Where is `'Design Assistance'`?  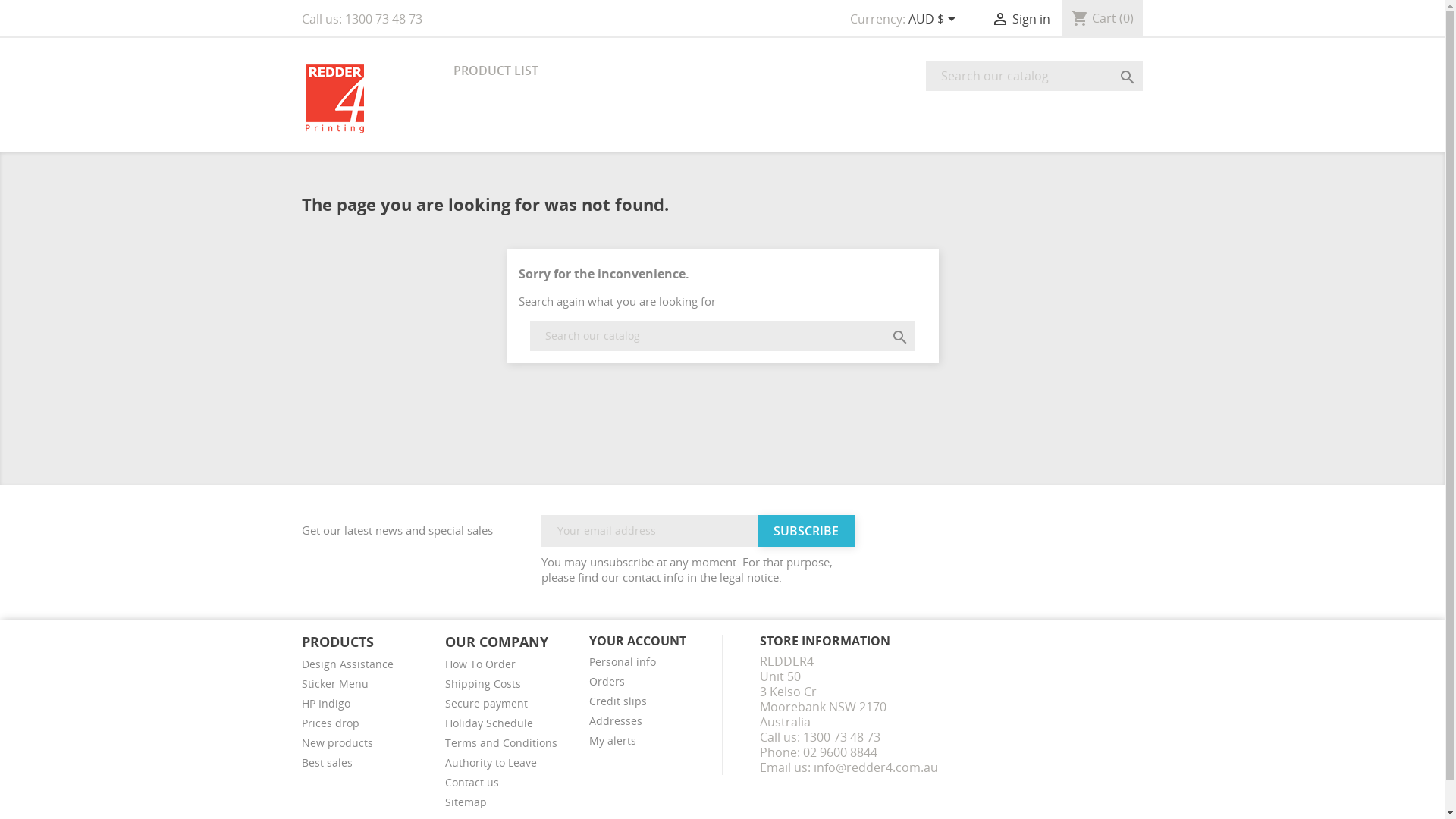 'Design Assistance' is located at coordinates (302, 663).